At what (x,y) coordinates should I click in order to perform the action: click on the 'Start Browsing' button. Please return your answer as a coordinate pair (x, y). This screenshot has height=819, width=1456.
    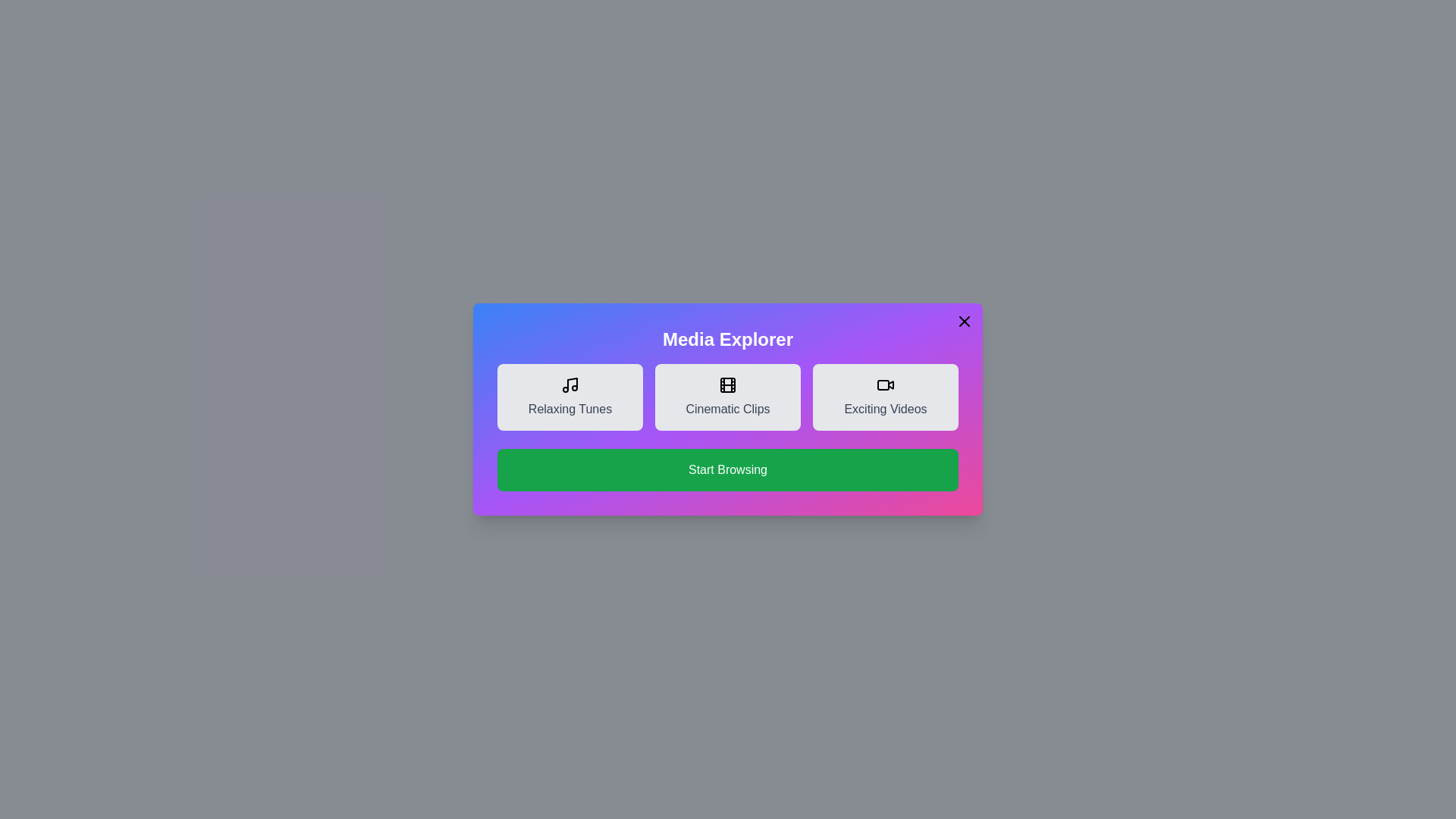
    Looking at the image, I should click on (728, 469).